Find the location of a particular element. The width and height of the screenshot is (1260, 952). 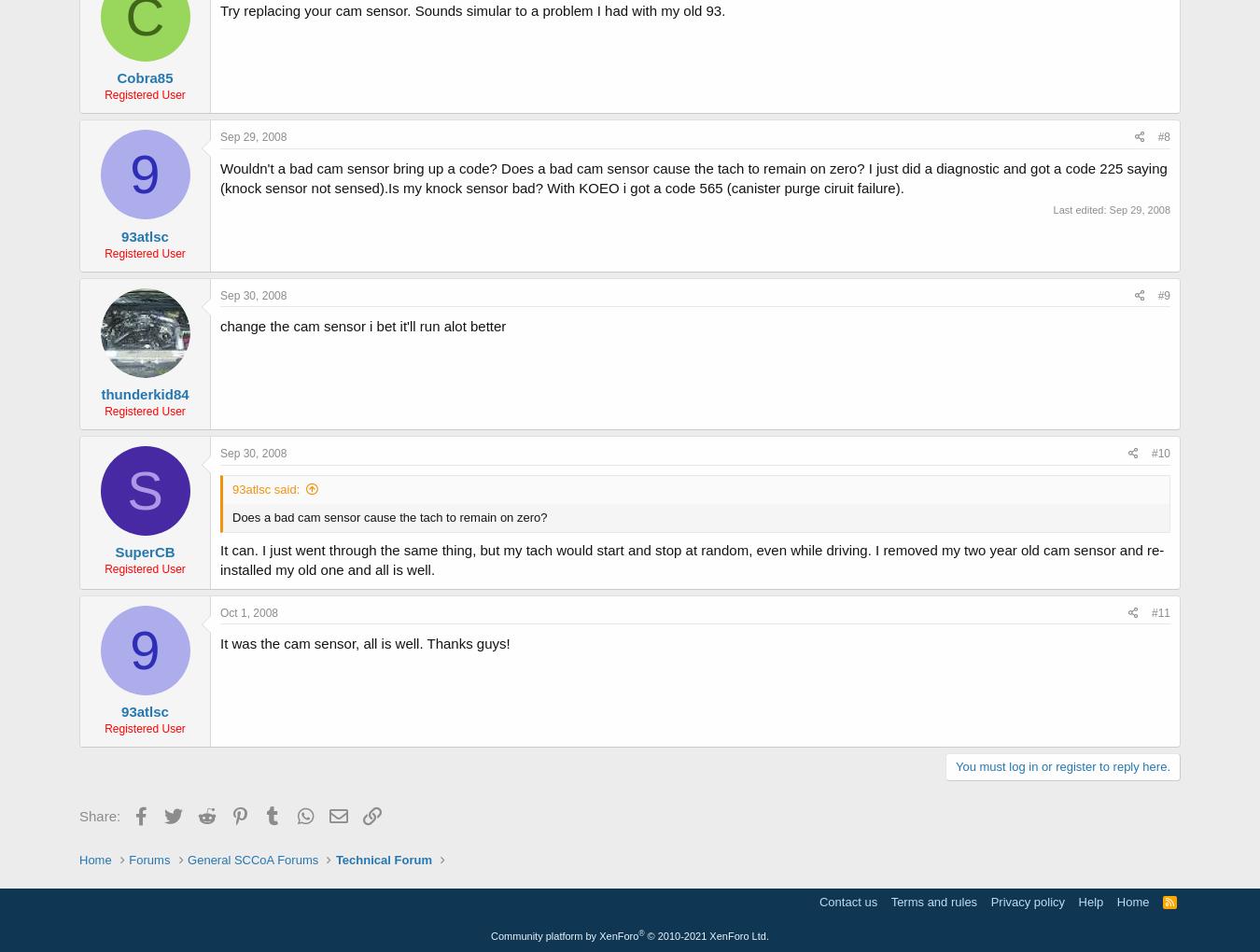

'Try replacing your cam sensor. Sounds simular to a problem I had with my old 93.' is located at coordinates (471, 8).